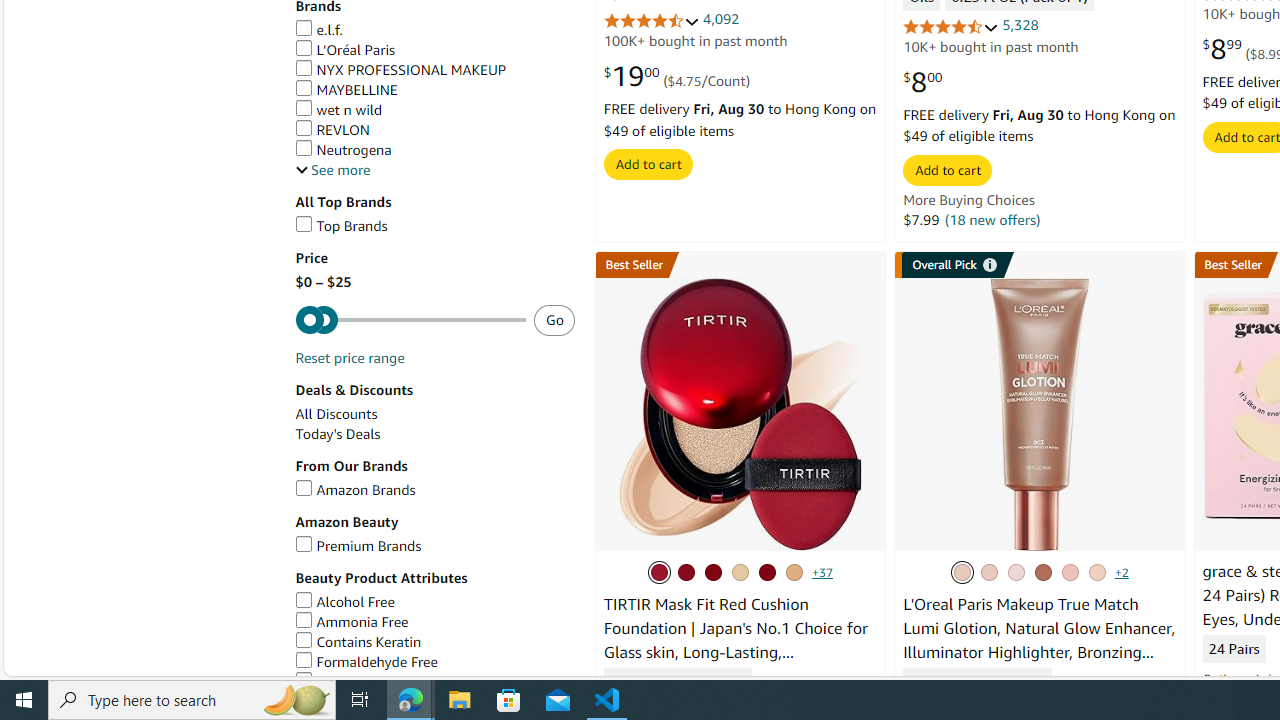  What do you see at coordinates (337, 433) in the screenshot?
I see `'Today'` at bounding box center [337, 433].